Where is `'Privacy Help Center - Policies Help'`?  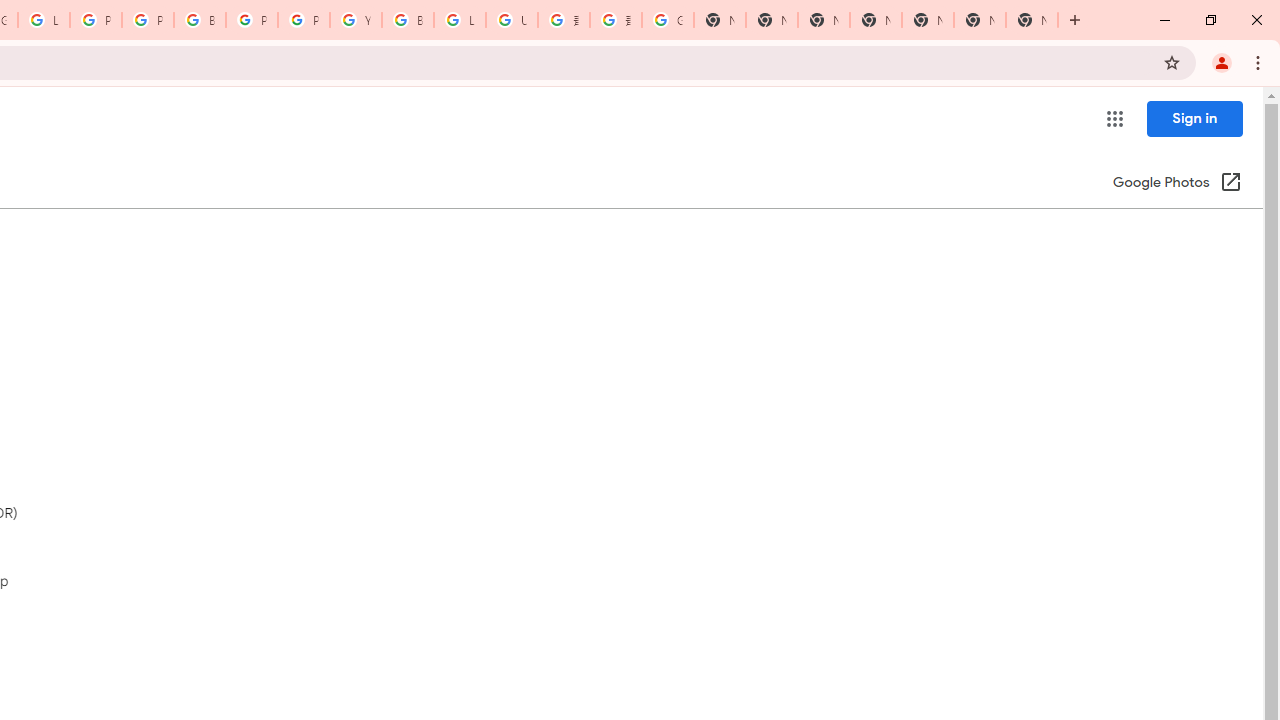
'Privacy Help Center - Policies Help' is located at coordinates (95, 20).